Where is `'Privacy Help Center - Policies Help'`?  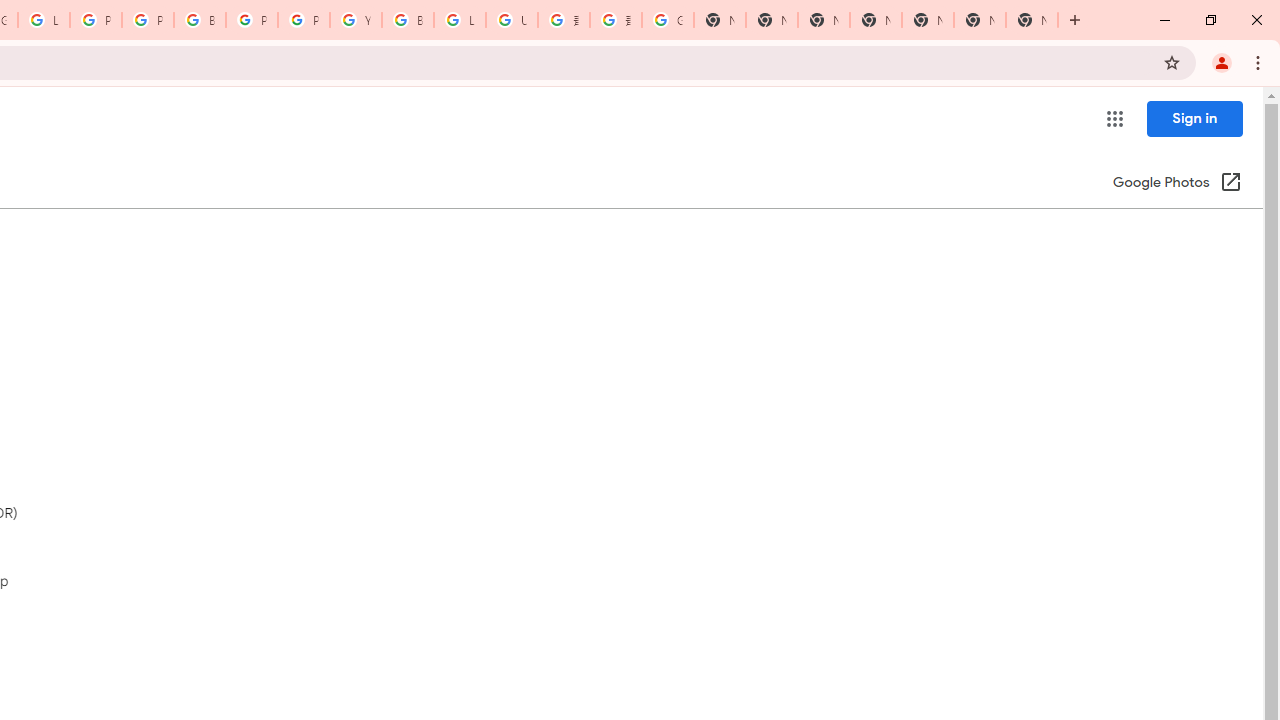
'Privacy Help Center - Policies Help' is located at coordinates (95, 20).